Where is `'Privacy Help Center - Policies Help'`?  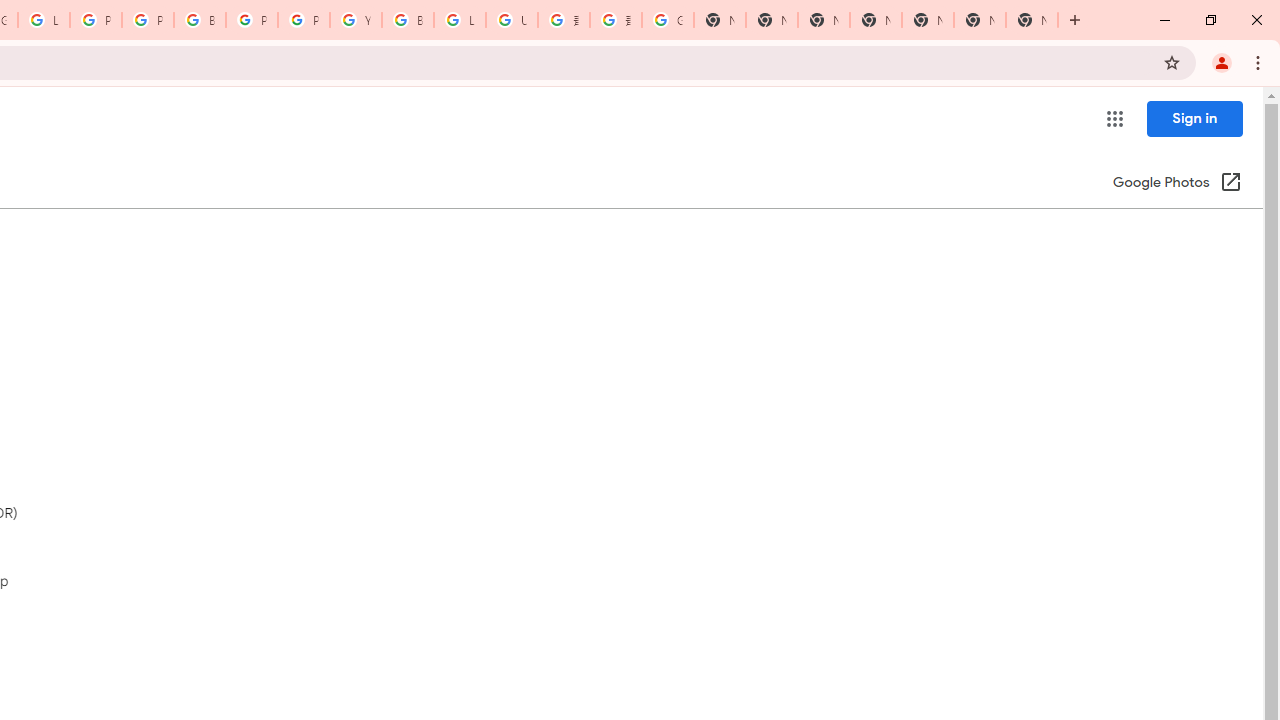
'Privacy Help Center - Policies Help' is located at coordinates (95, 20).